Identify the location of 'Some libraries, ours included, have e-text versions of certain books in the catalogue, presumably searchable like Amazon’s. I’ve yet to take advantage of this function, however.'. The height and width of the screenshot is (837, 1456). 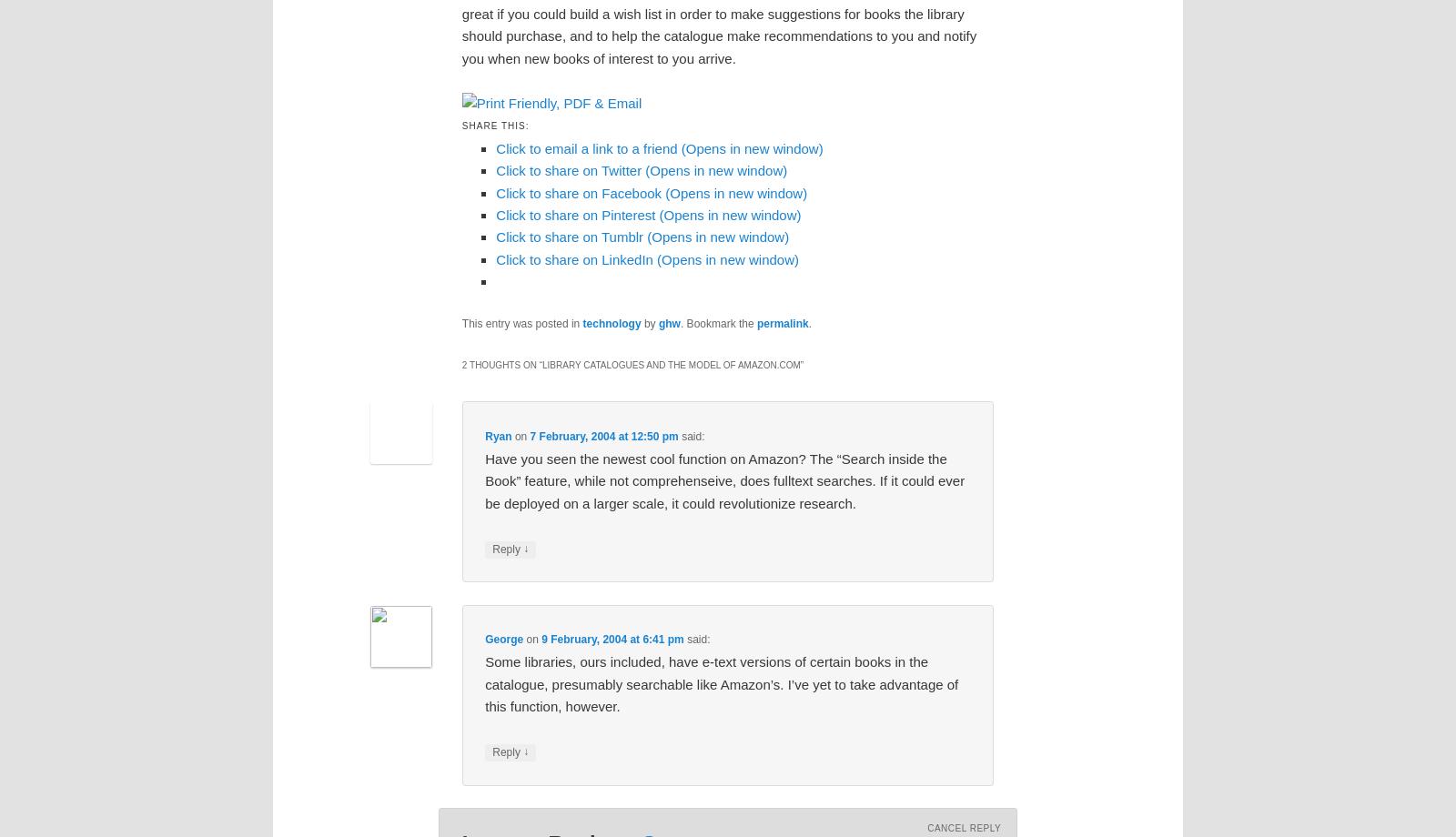
(721, 684).